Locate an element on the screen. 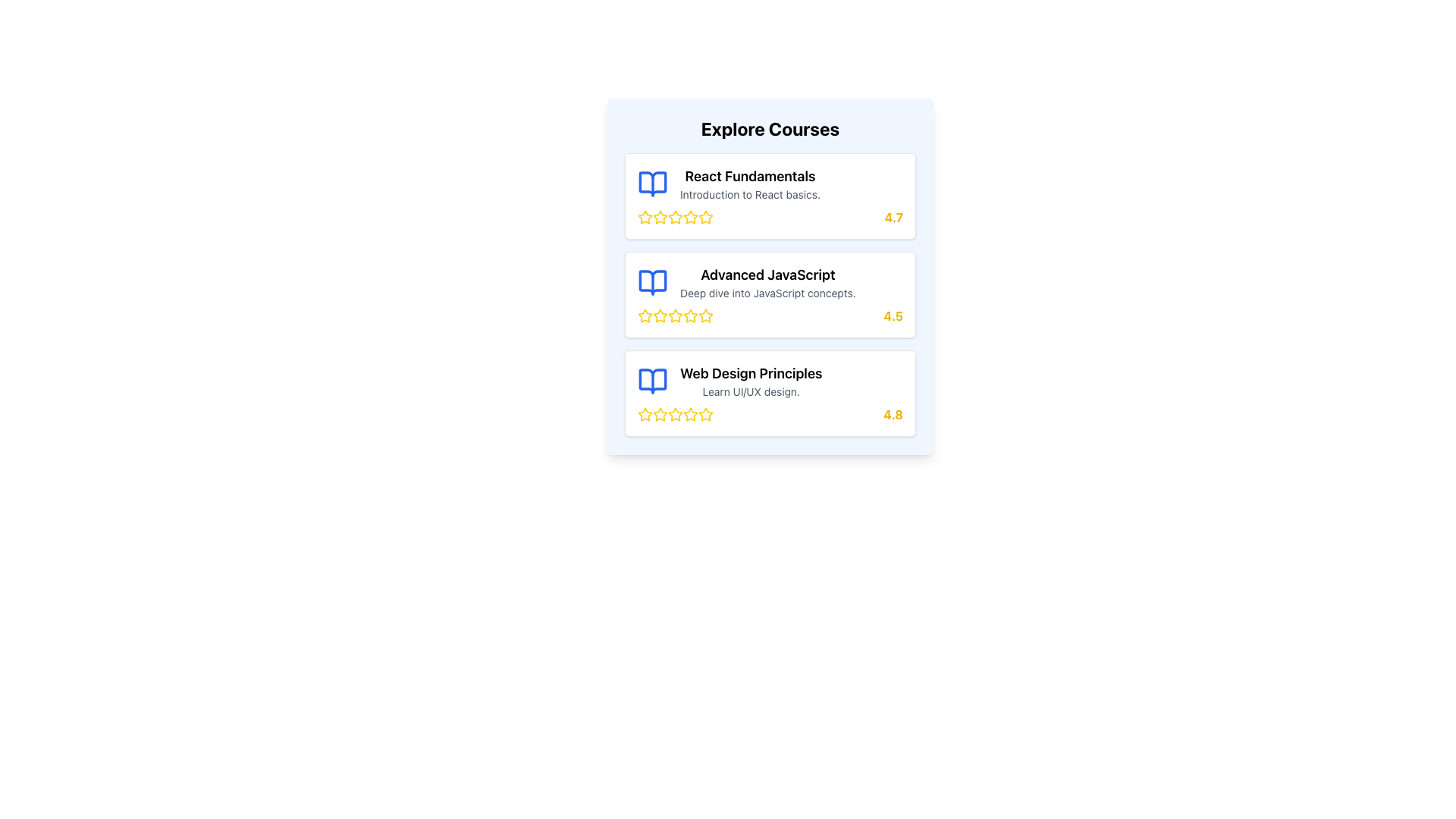 Image resolution: width=1456 pixels, height=819 pixels. the text and icon element that presents the title and description of the course labeled 'Web Design Principles' is located at coordinates (770, 380).